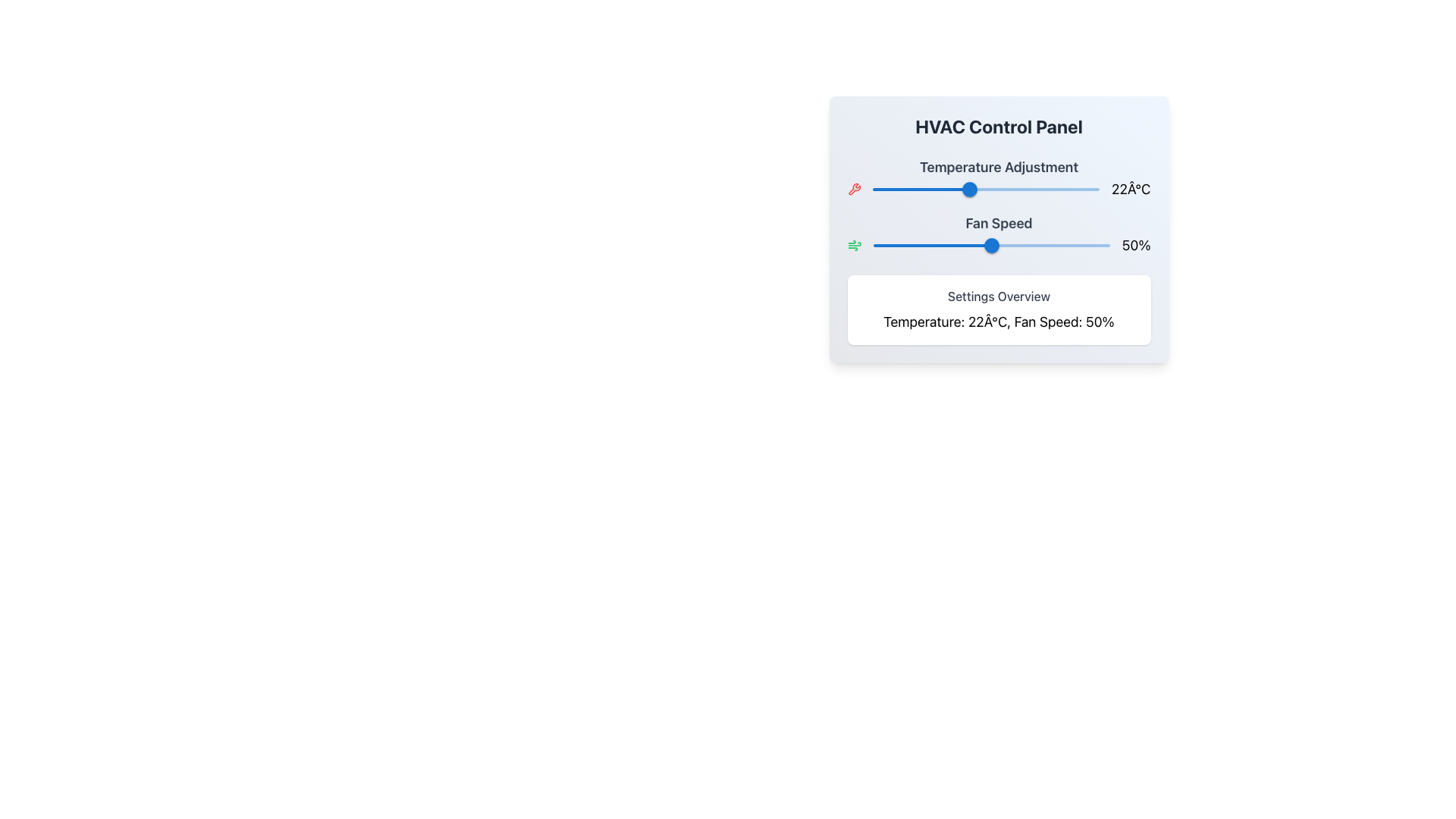 The width and height of the screenshot is (1456, 819). I want to click on fan speed, so click(987, 245).